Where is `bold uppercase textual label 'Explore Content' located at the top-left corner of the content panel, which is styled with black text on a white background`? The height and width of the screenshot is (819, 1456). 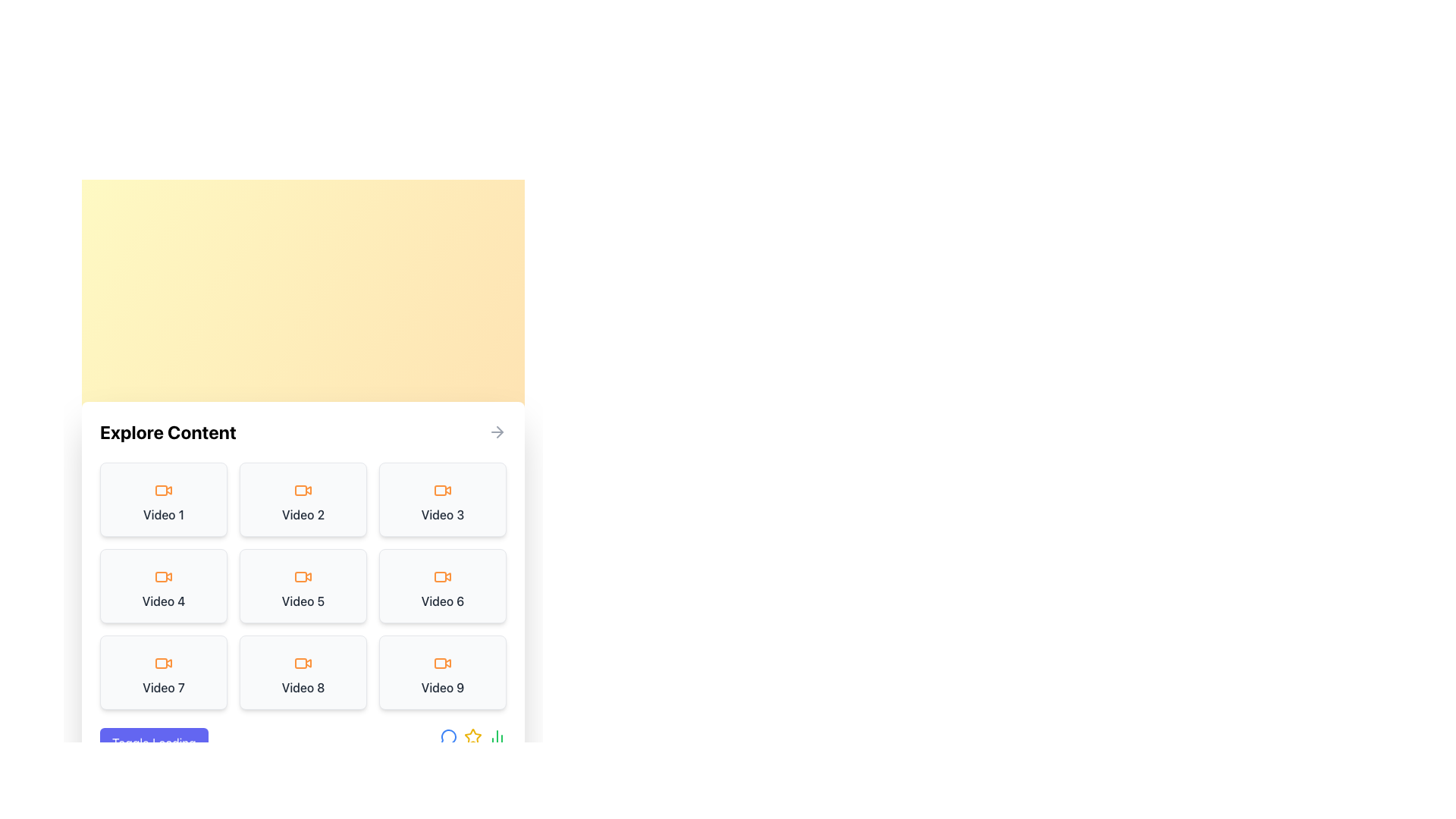 bold uppercase textual label 'Explore Content' located at the top-left corner of the content panel, which is styled with black text on a white background is located at coordinates (168, 432).